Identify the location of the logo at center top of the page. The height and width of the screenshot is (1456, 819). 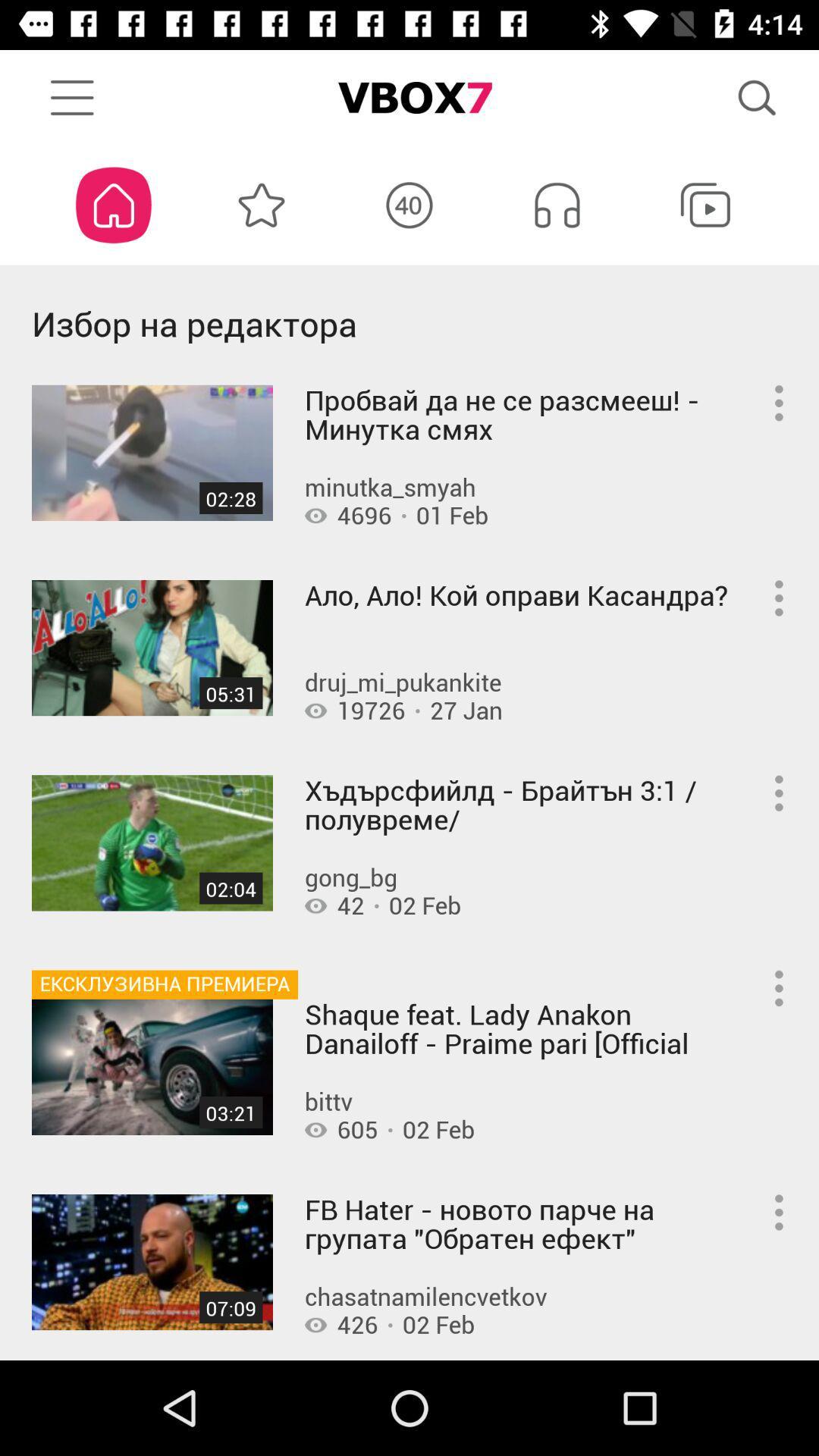
(409, 97).